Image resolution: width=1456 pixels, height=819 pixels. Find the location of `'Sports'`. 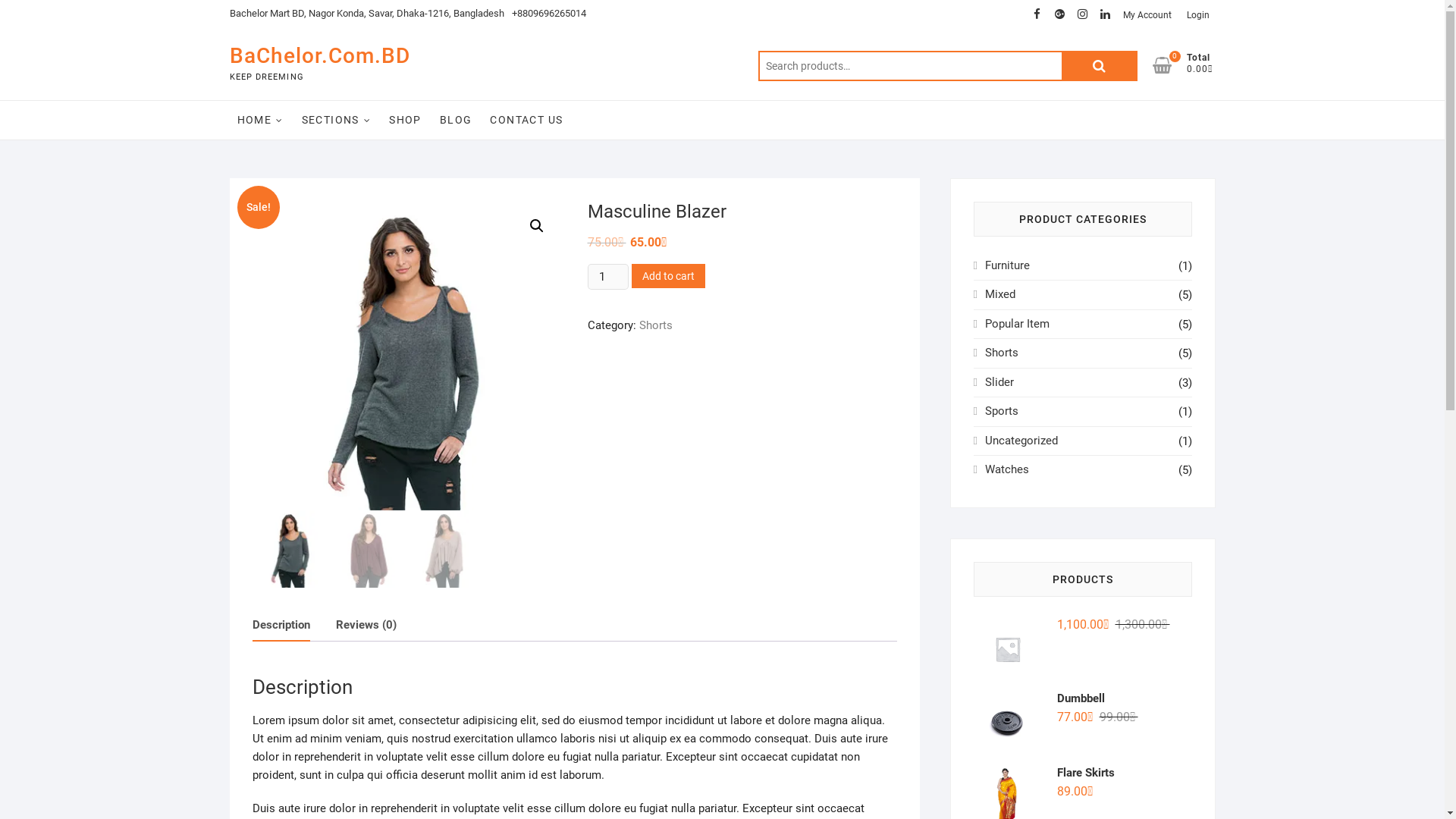

'Sports' is located at coordinates (1001, 411).